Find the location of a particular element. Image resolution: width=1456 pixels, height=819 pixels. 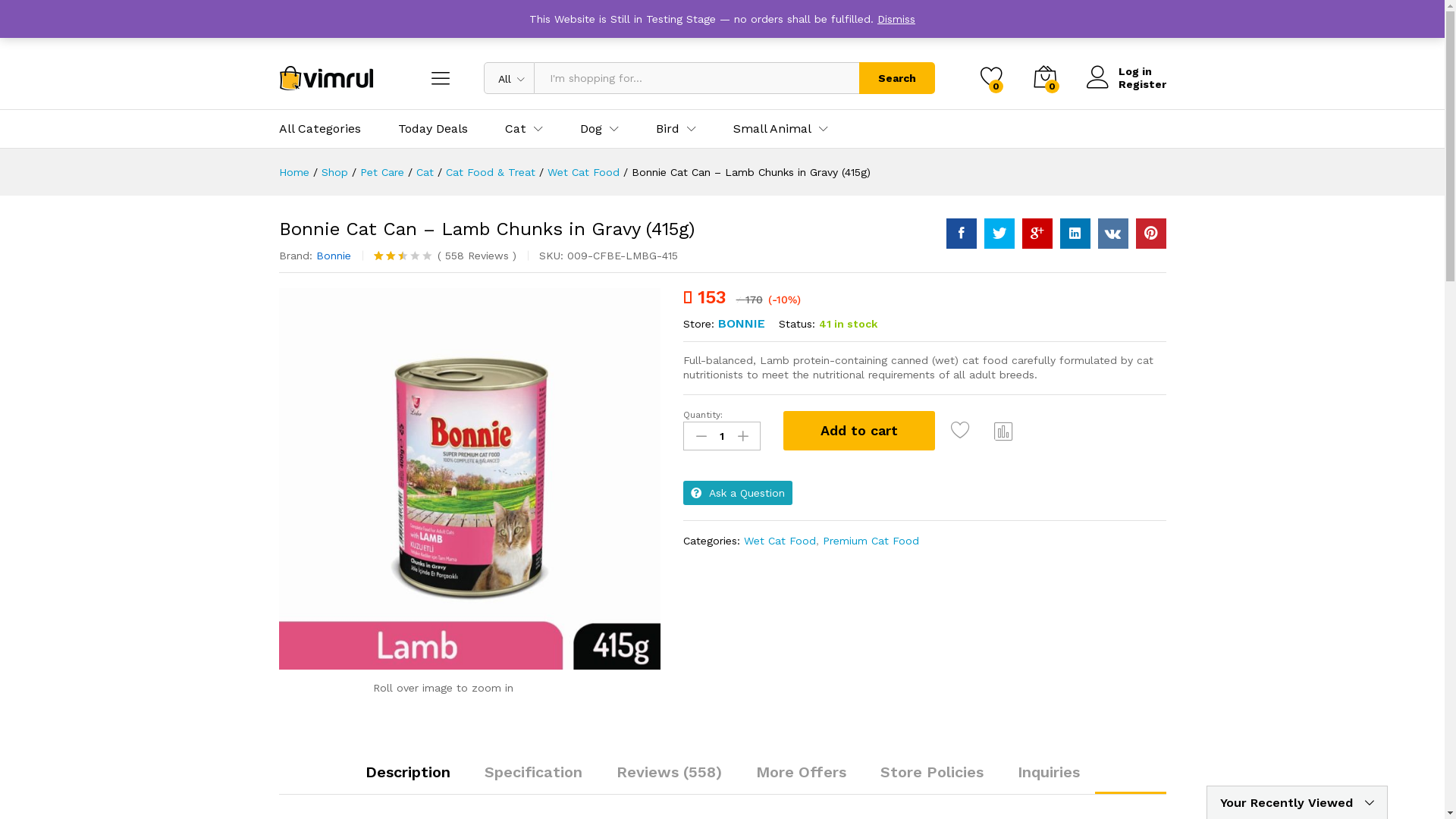

'Bonnie Cat Can - Lamb Chunks in Gravy (415g)' is located at coordinates (469, 479).